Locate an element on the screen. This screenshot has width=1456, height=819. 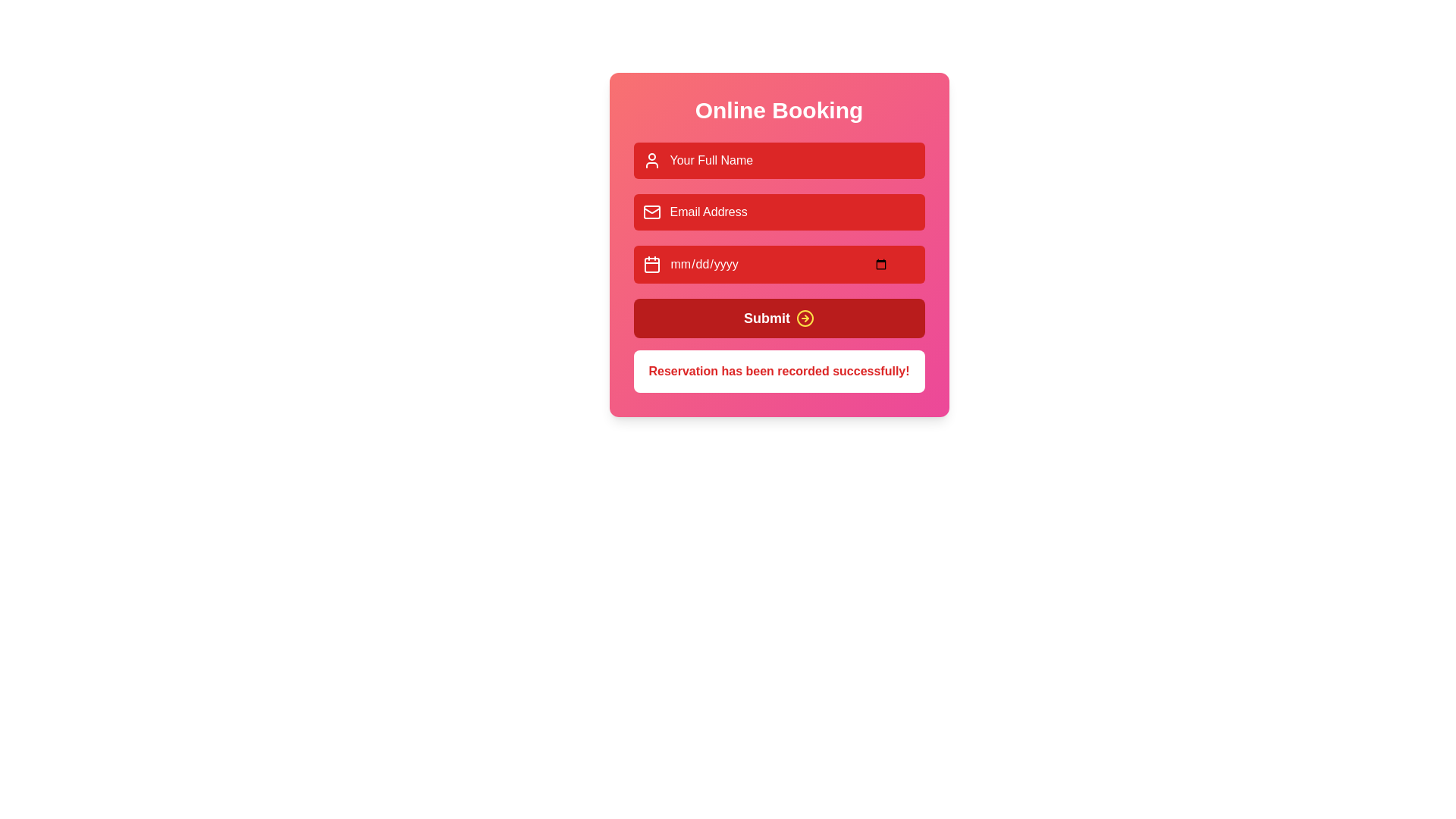
the visual indicator icon for the 'Email Address' input field, which is located on the left side of the field alongside the placeholder text is located at coordinates (651, 212).